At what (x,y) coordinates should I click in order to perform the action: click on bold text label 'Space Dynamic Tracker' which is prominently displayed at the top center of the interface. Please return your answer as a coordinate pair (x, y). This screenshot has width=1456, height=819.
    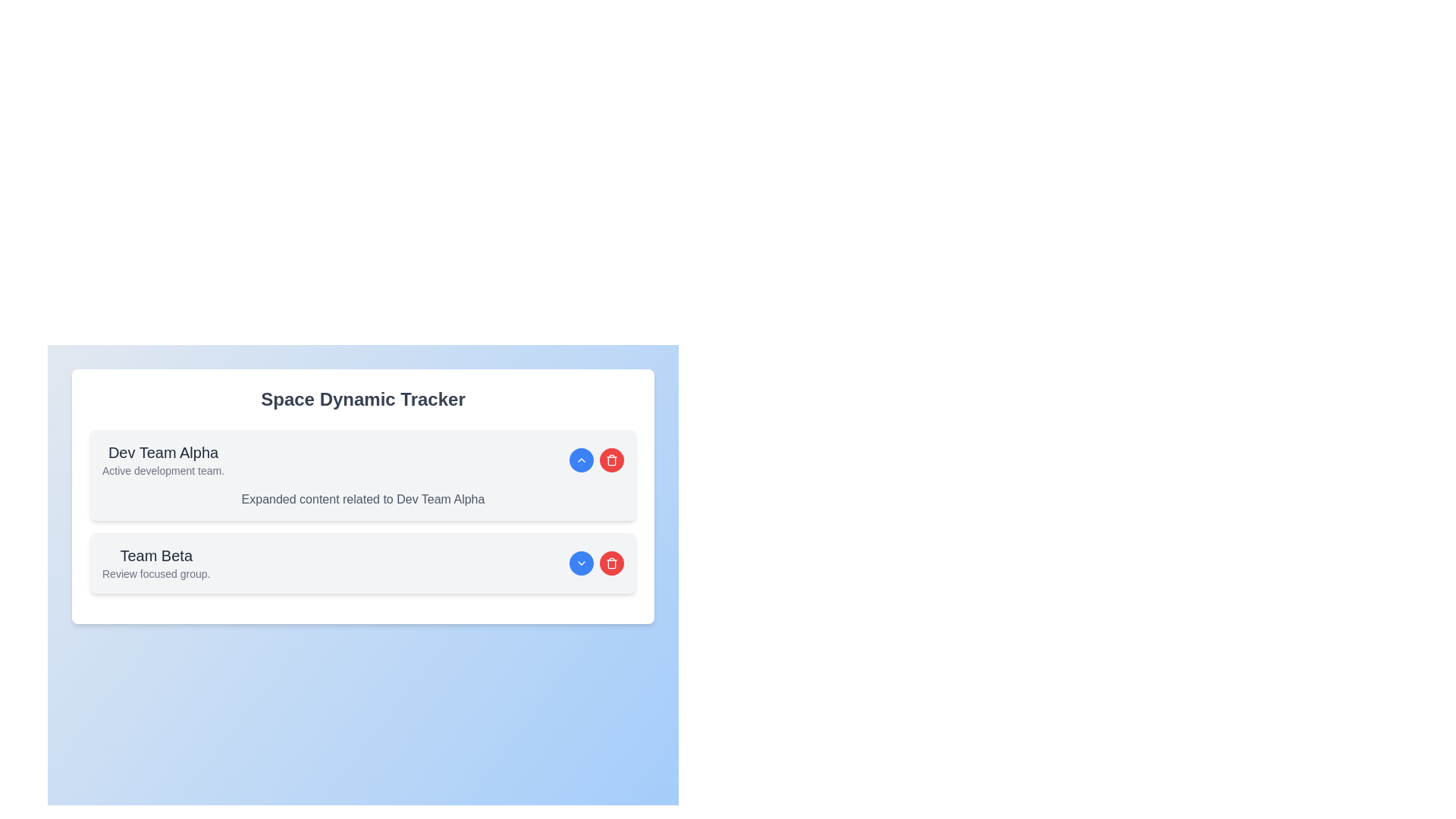
    Looking at the image, I should click on (362, 399).